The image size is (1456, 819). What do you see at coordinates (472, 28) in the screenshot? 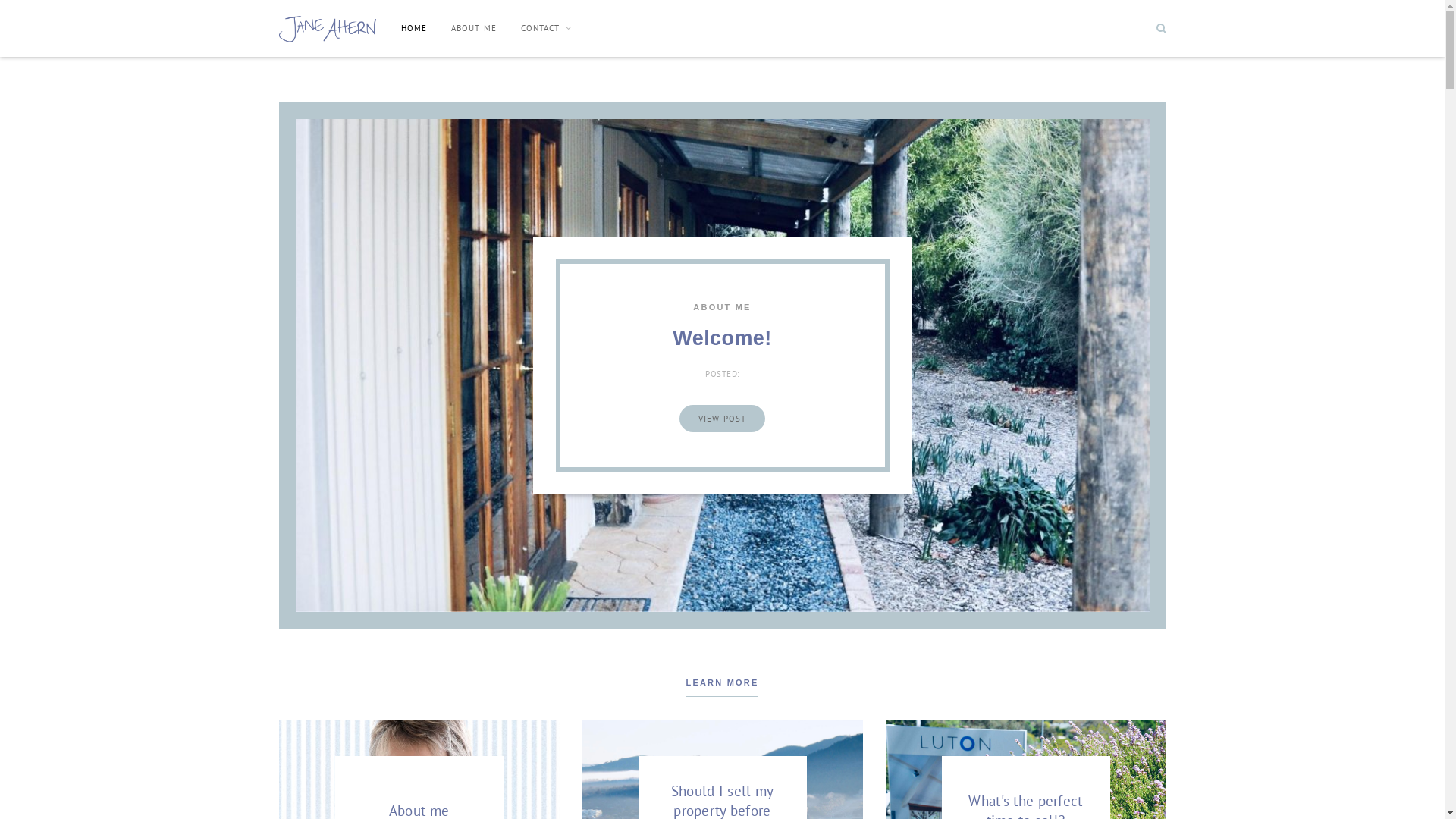
I see `'ABOUT ME'` at bounding box center [472, 28].